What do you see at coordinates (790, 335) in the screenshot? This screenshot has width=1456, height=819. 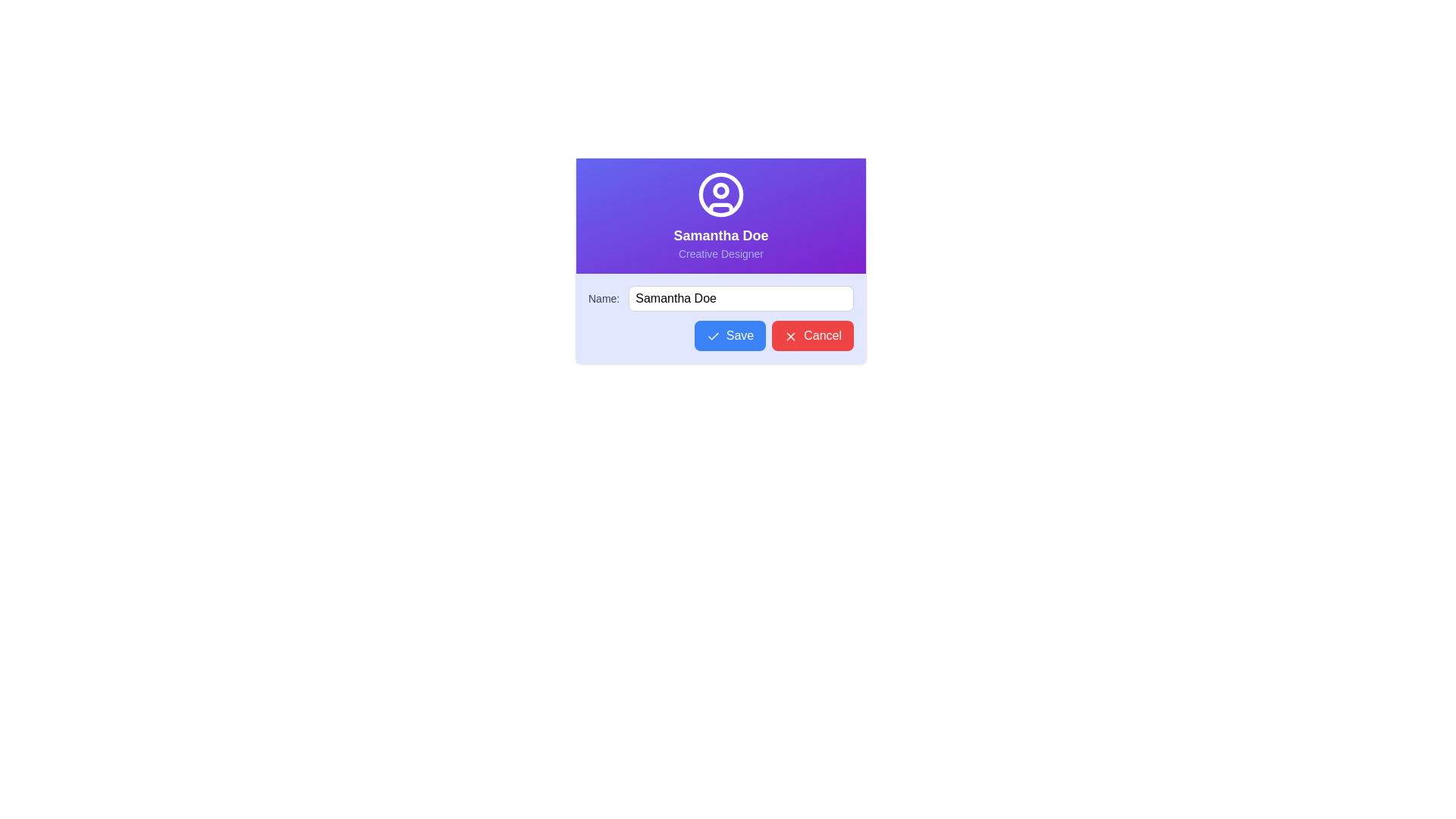 I see `the decorative icon on the 'Cancel' button located in the lower-right corner of the form interface` at bounding box center [790, 335].